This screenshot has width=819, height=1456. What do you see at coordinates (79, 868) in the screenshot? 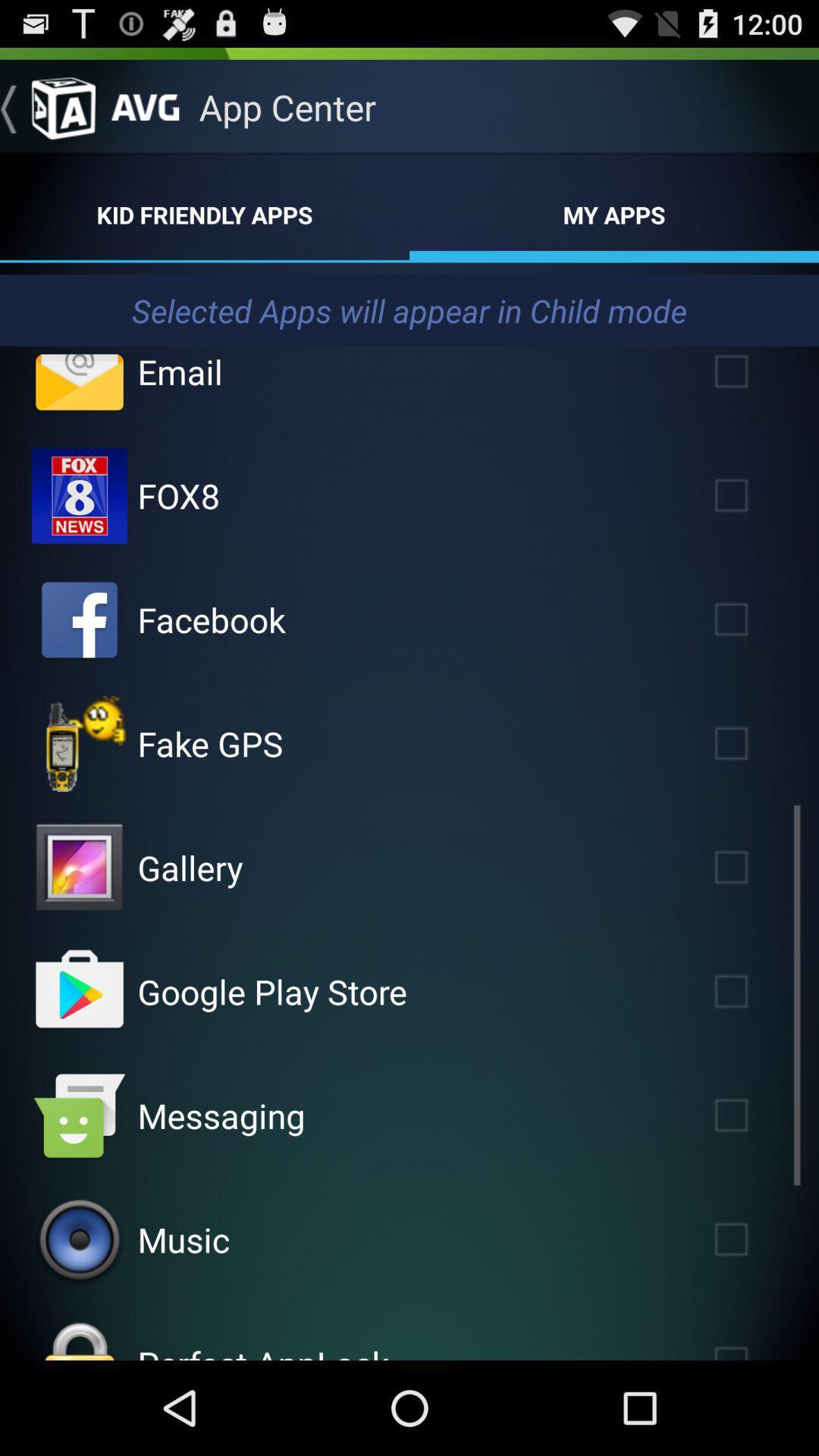
I see `see the gallery` at bounding box center [79, 868].